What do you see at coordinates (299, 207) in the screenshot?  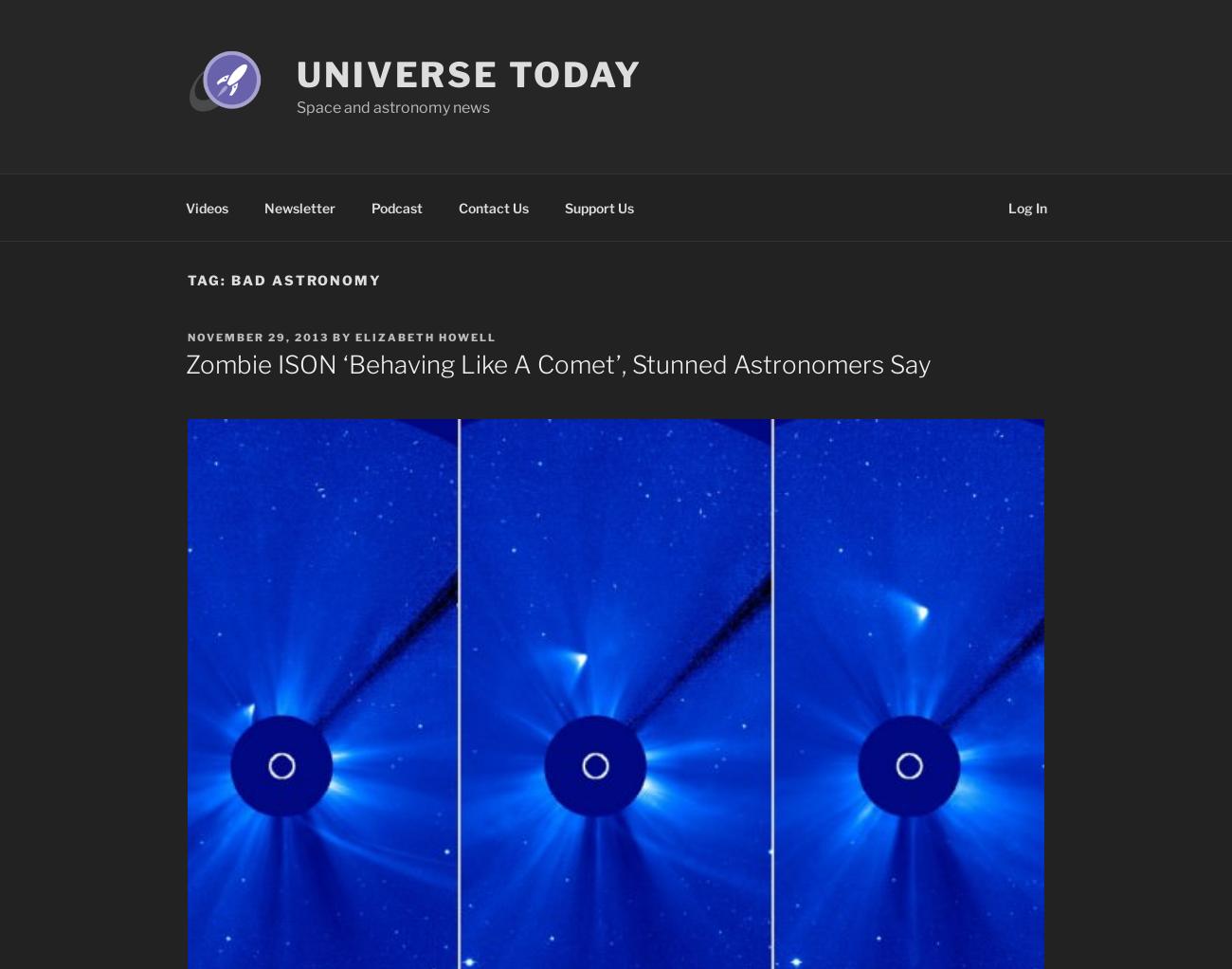 I see `'Newsletter'` at bounding box center [299, 207].